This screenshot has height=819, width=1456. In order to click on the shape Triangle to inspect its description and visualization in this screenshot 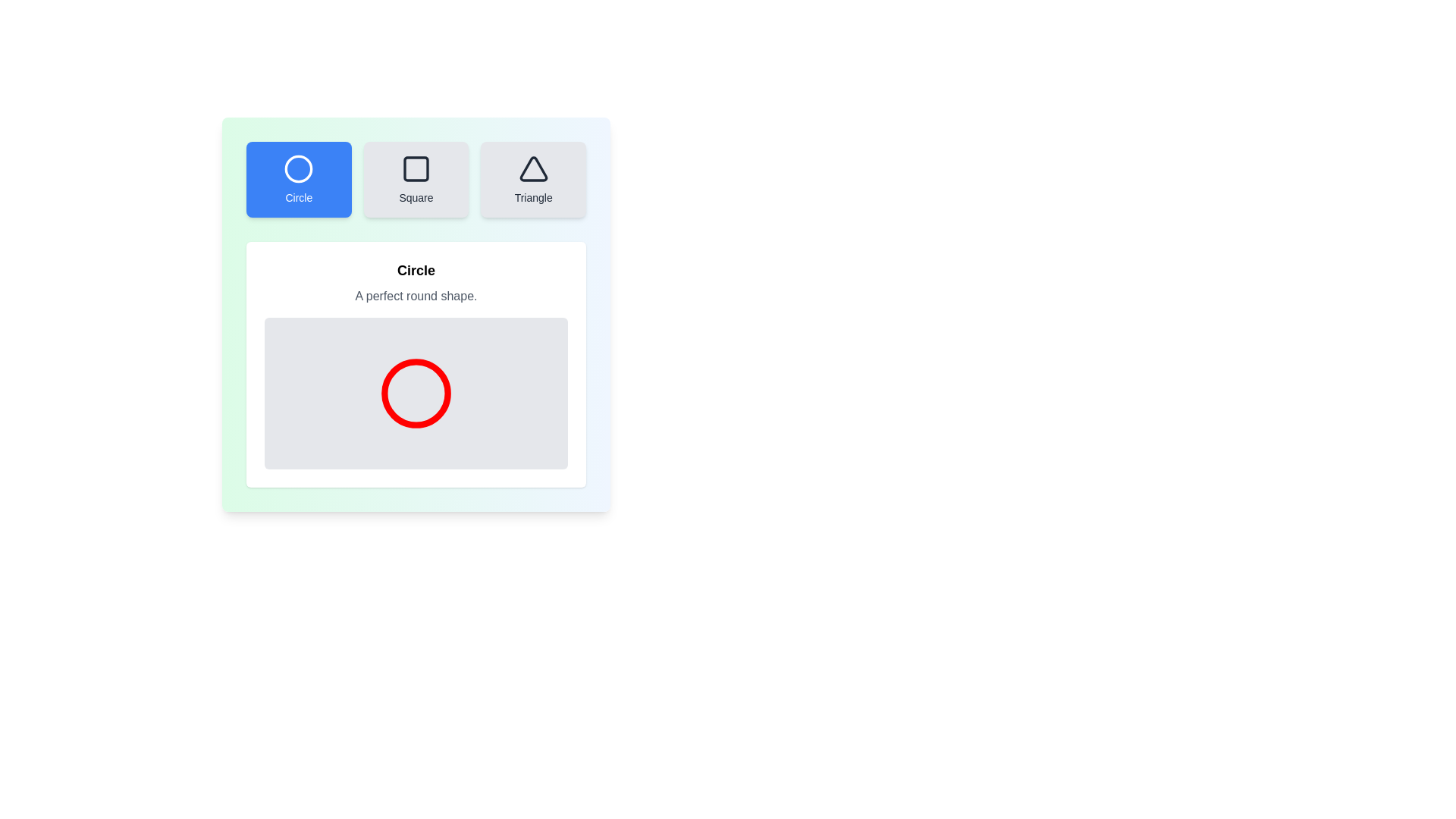, I will do `click(534, 178)`.